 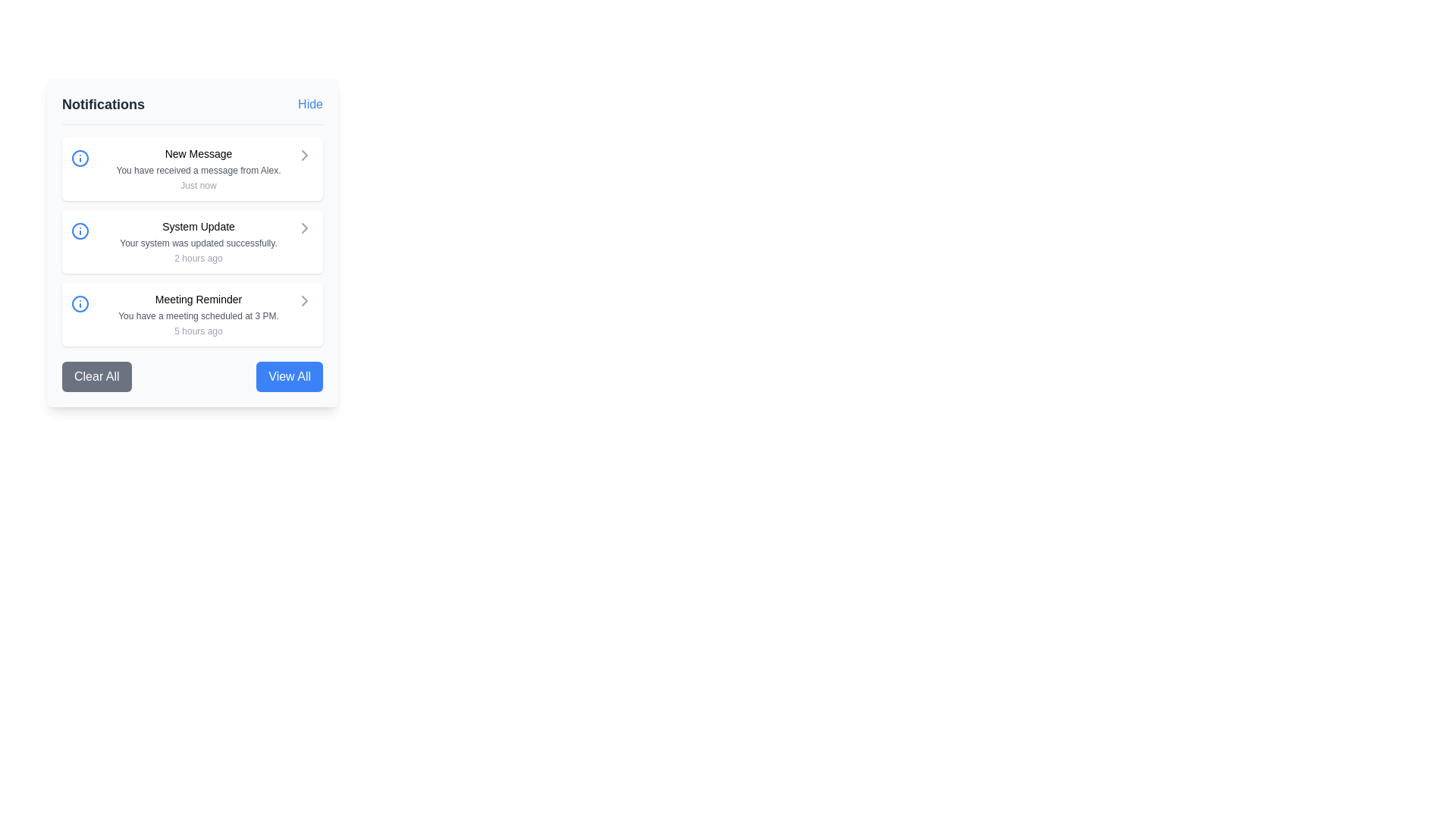 I want to click on the button in the top-right corner of the notification panel that hides the notification panel when activated, so click(x=309, y=104).